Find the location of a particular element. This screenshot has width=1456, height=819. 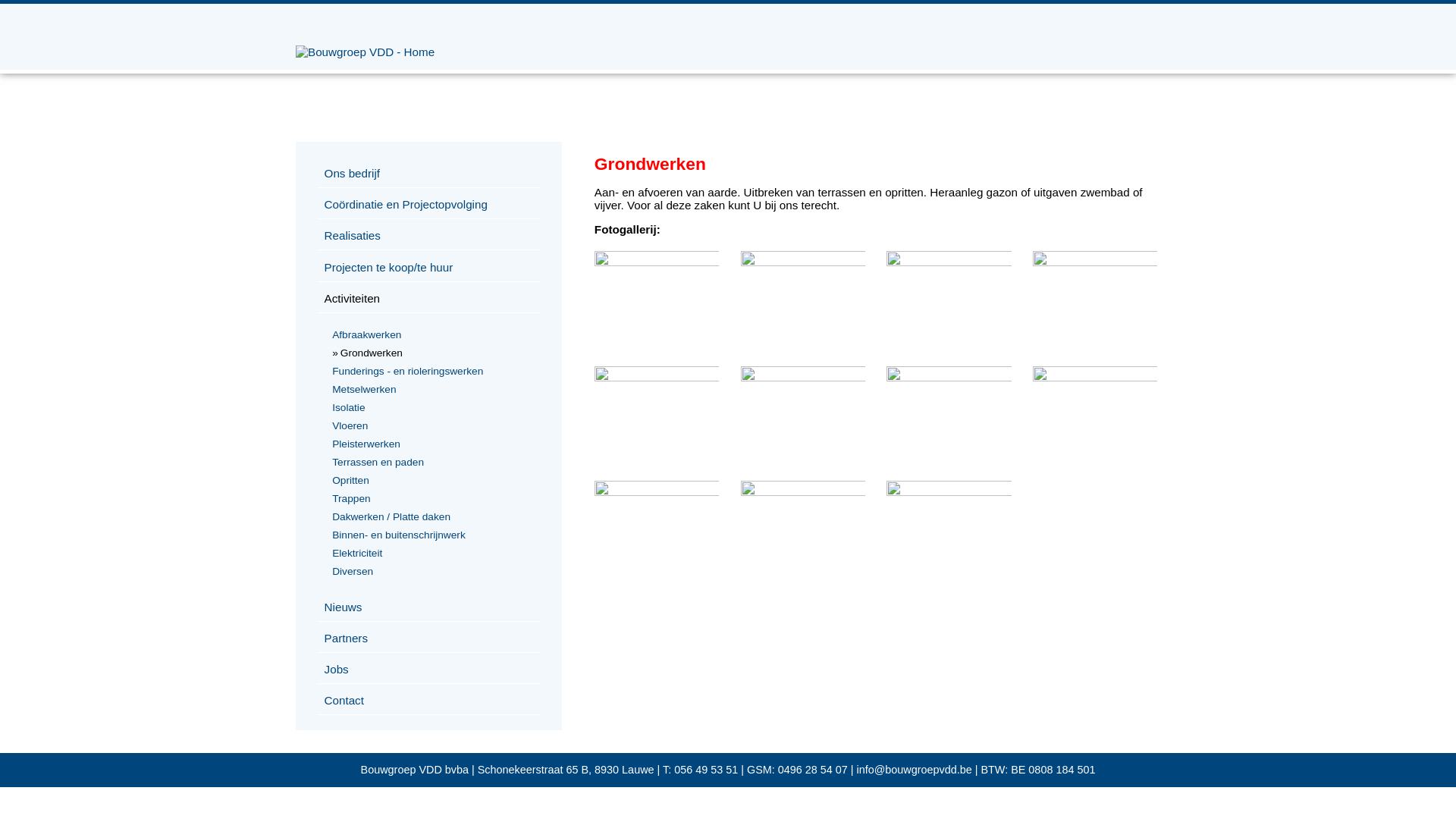

'Realisaties' is located at coordinates (428, 236).